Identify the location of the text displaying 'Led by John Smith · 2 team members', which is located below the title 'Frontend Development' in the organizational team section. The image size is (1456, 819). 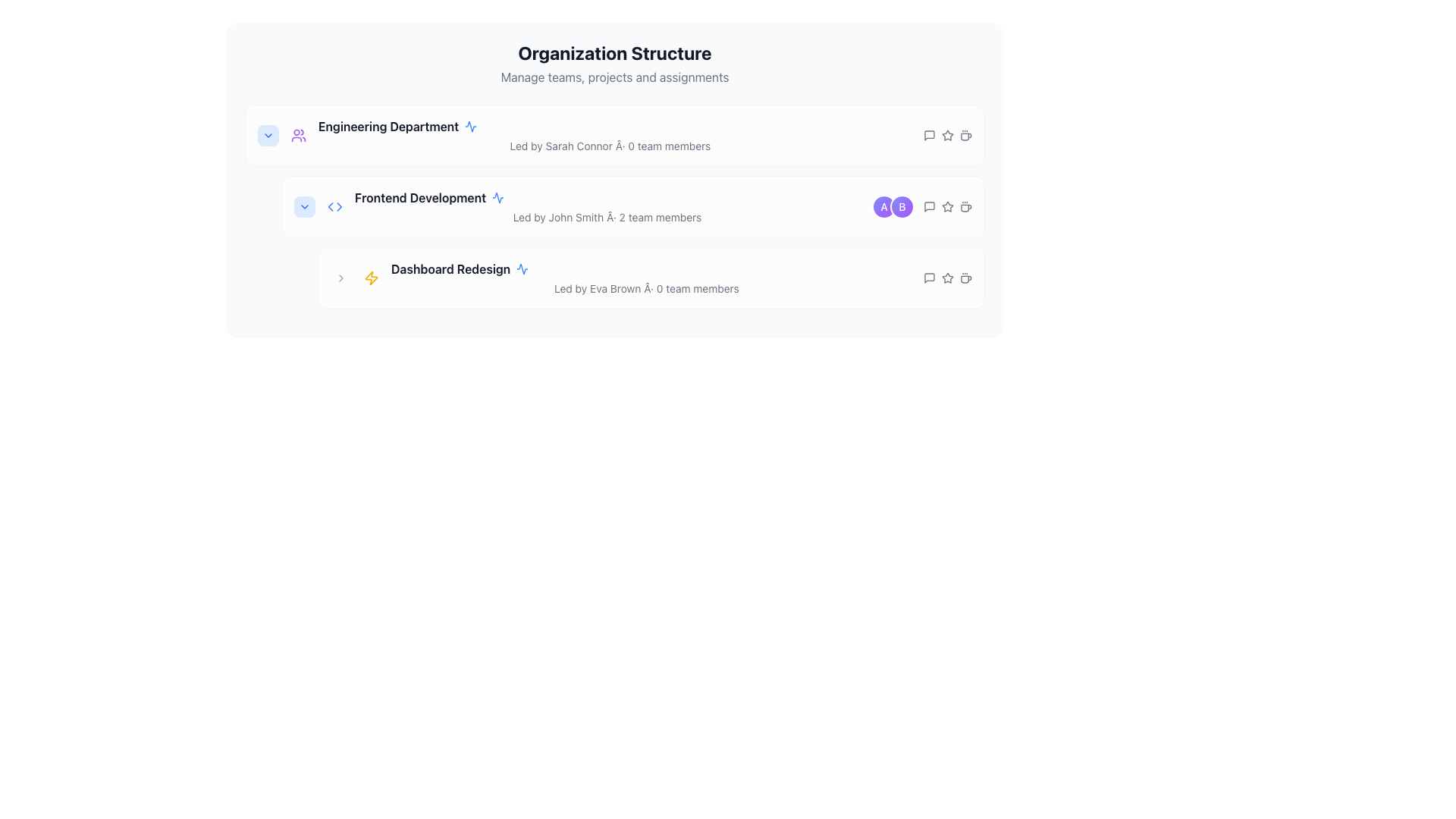
(607, 217).